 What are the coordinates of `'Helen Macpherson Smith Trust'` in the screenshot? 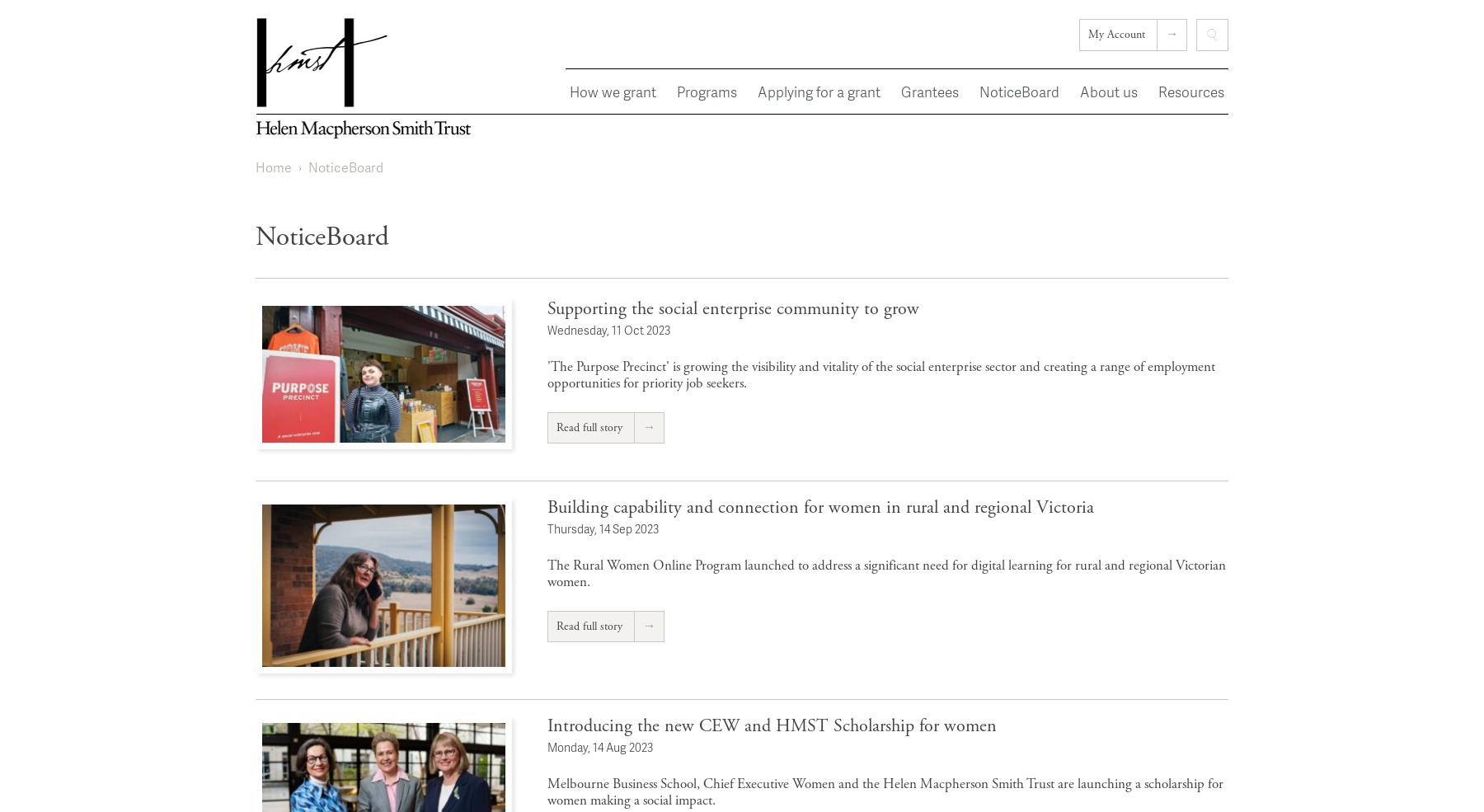 It's located at (355, 171).